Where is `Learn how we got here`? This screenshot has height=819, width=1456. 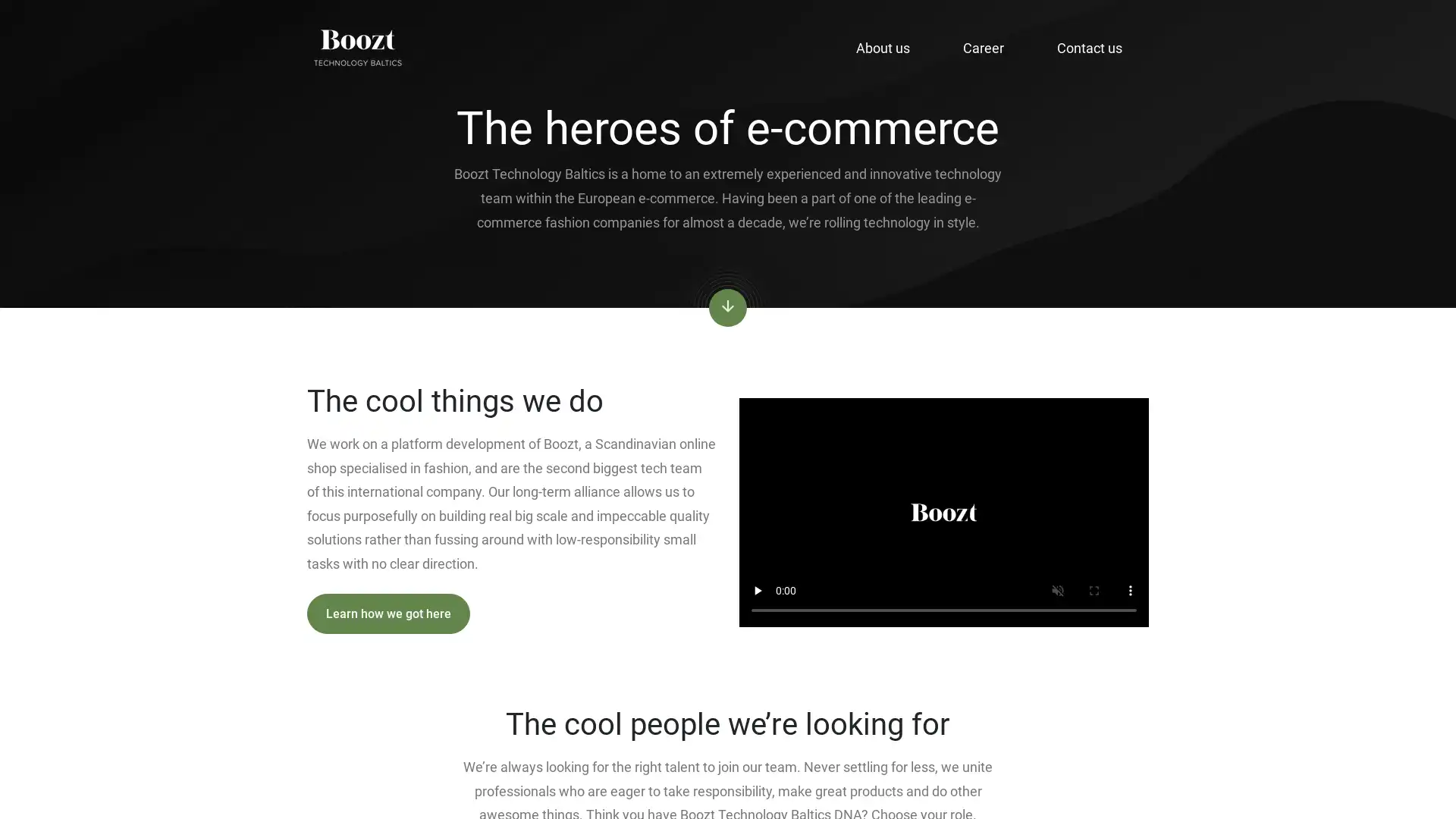
Learn how we got here is located at coordinates (388, 613).